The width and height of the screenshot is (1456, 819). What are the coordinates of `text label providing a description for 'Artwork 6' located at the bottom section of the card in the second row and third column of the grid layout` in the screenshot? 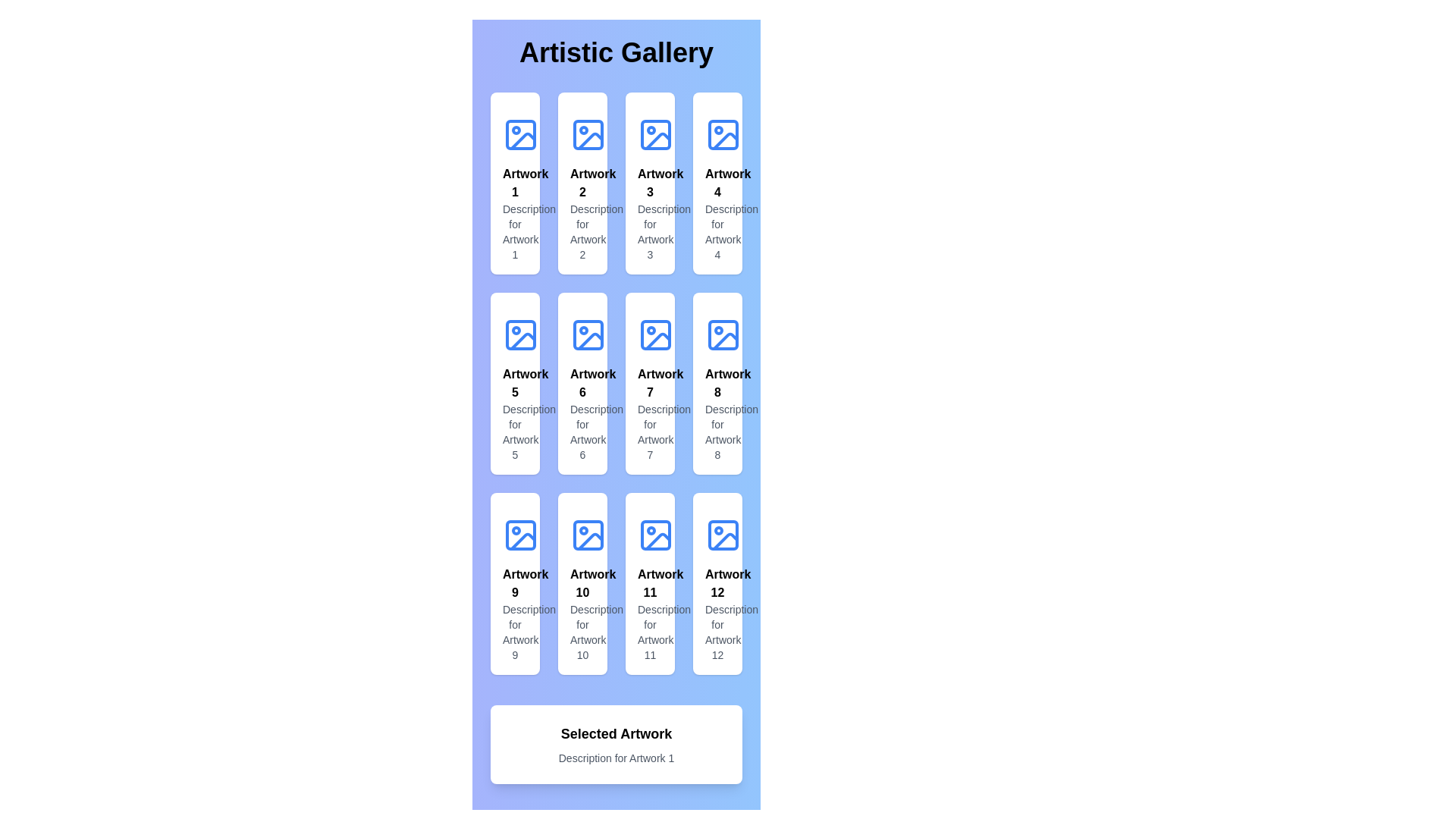 It's located at (582, 432).